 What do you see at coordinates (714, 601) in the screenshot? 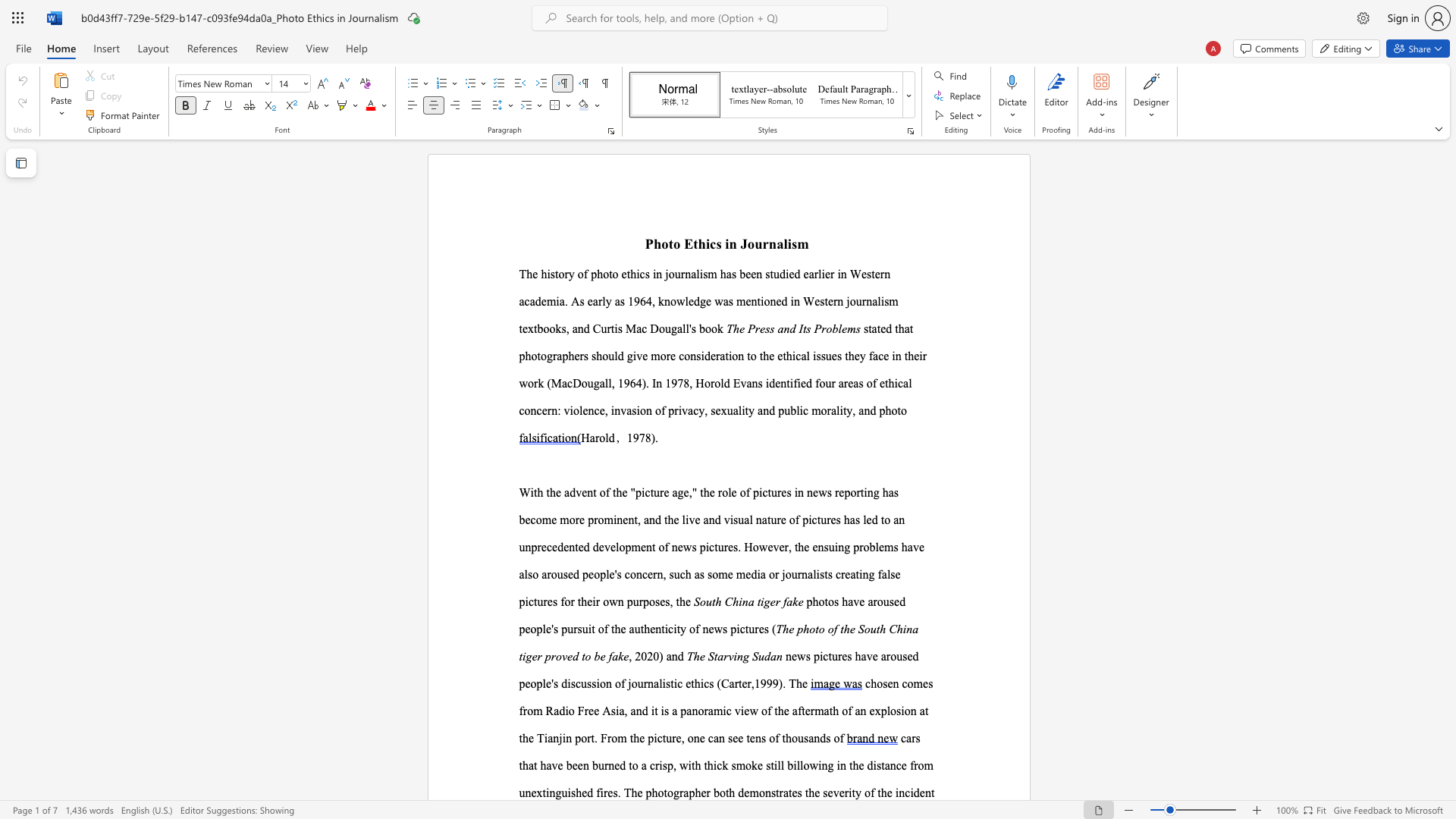
I see `the subset text "h China tig" within the text "South China tiger fake"` at bounding box center [714, 601].